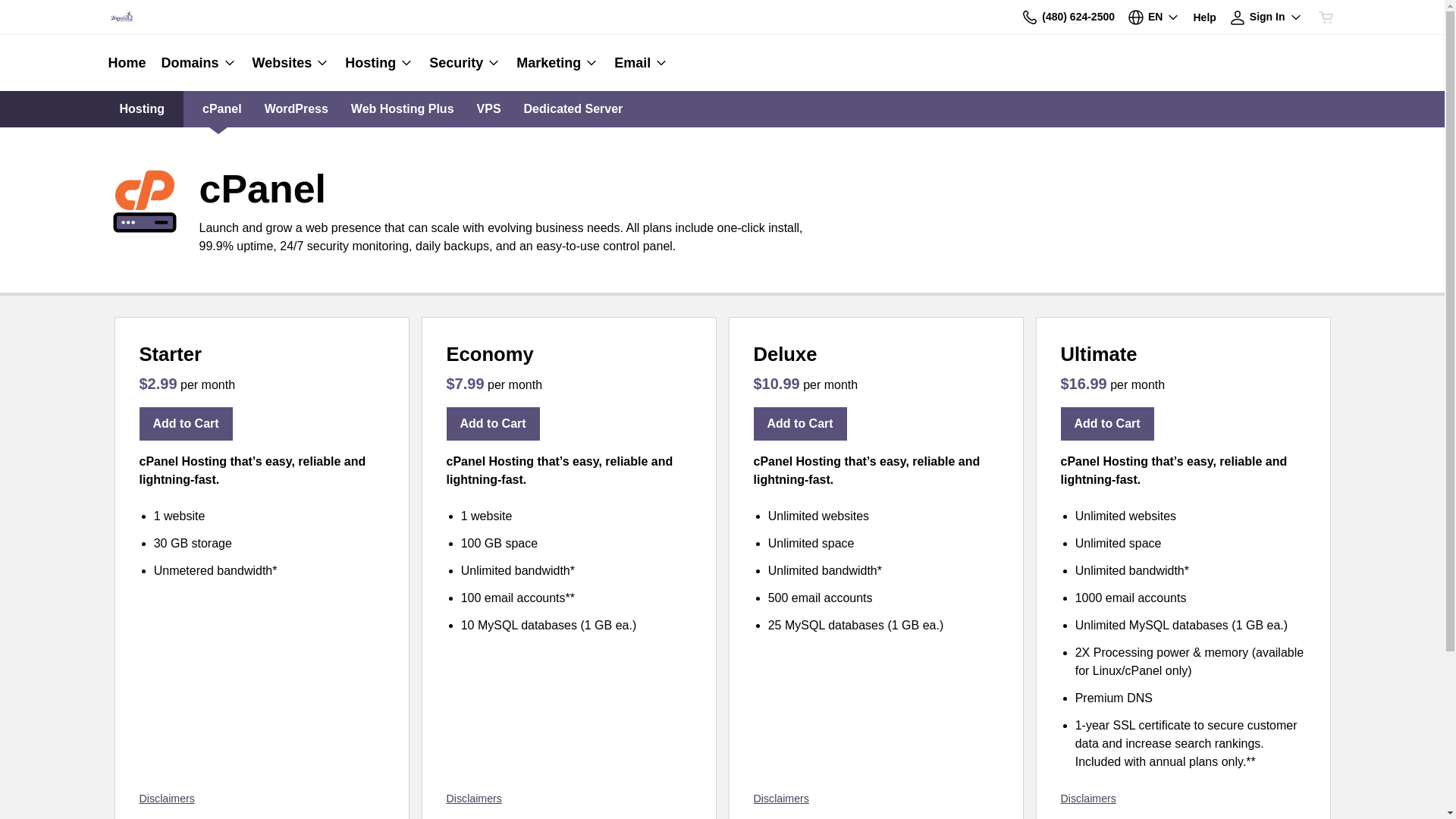 The height and width of the screenshot is (819, 1456). Describe the element at coordinates (350, 108) in the screenshot. I see `'Web Hosting Plus'` at that location.